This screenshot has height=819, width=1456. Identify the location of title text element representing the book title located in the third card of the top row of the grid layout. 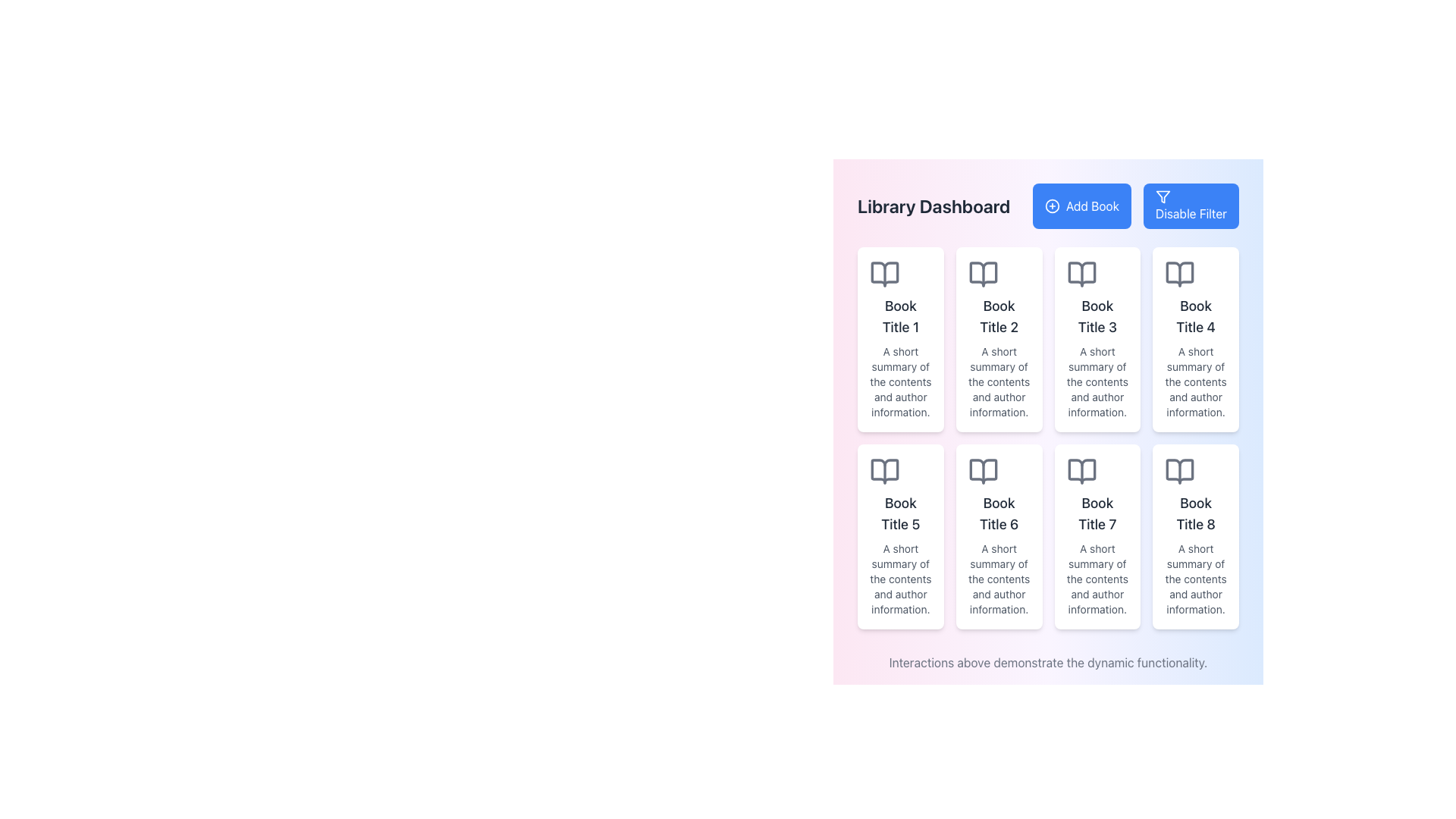
(1097, 315).